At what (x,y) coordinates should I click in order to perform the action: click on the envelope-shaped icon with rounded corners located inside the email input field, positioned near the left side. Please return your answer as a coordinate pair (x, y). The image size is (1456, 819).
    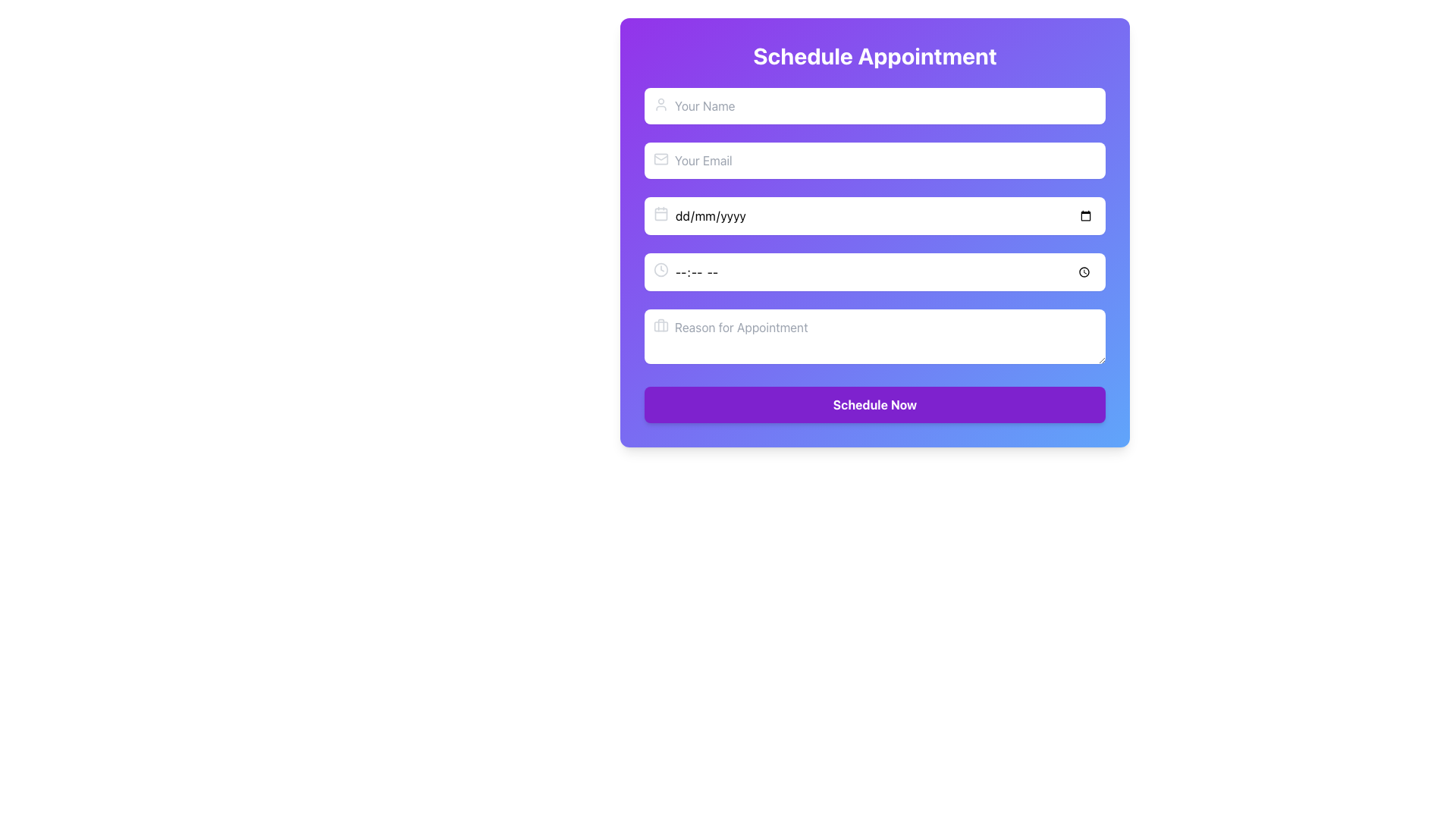
    Looking at the image, I should click on (661, 158).